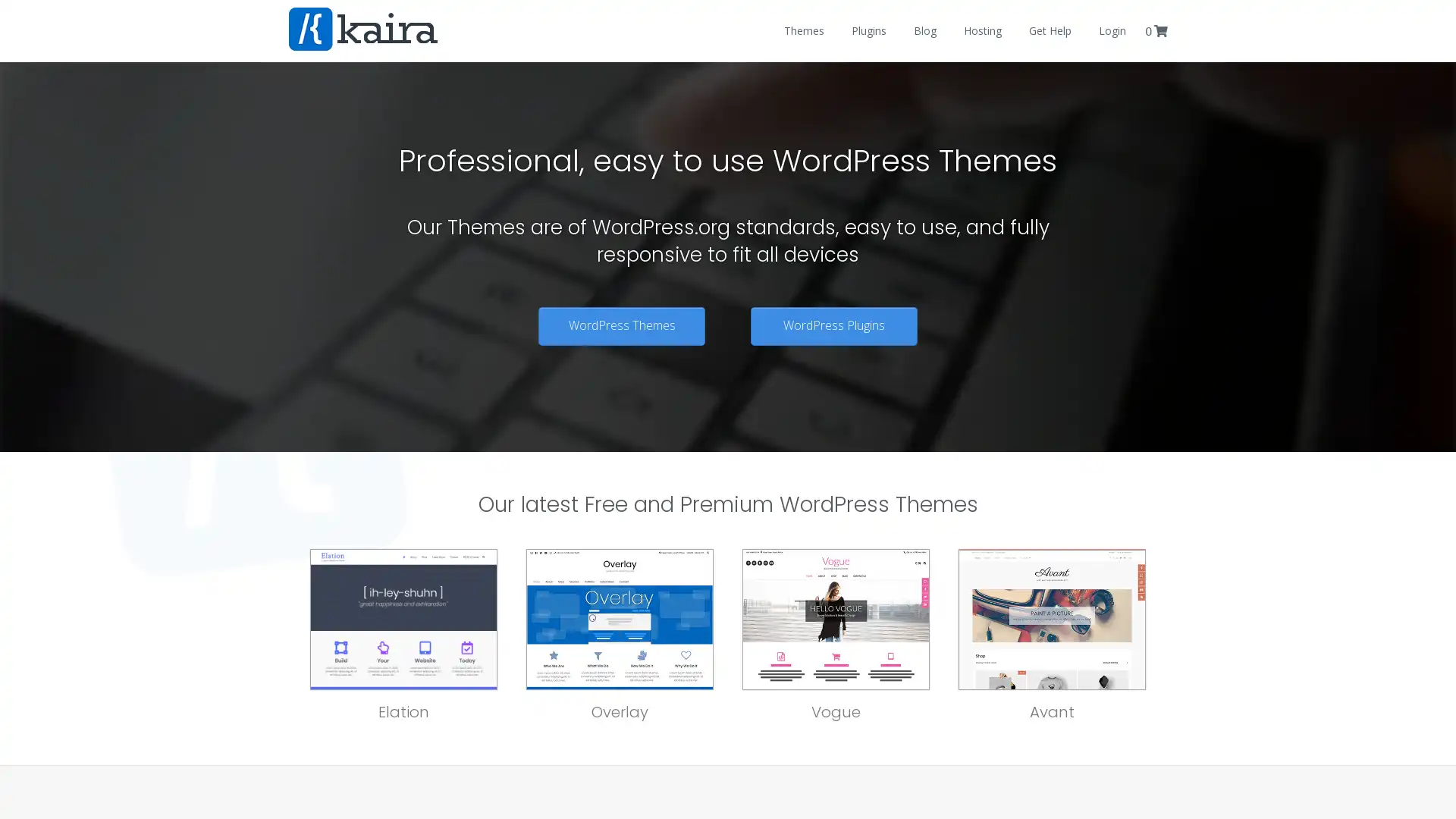 The height and width of the screenshot is (819, 1456). Describe the element at coordinates (833, 325) in the screenshot. I see `WordPress Plugins` at that location.